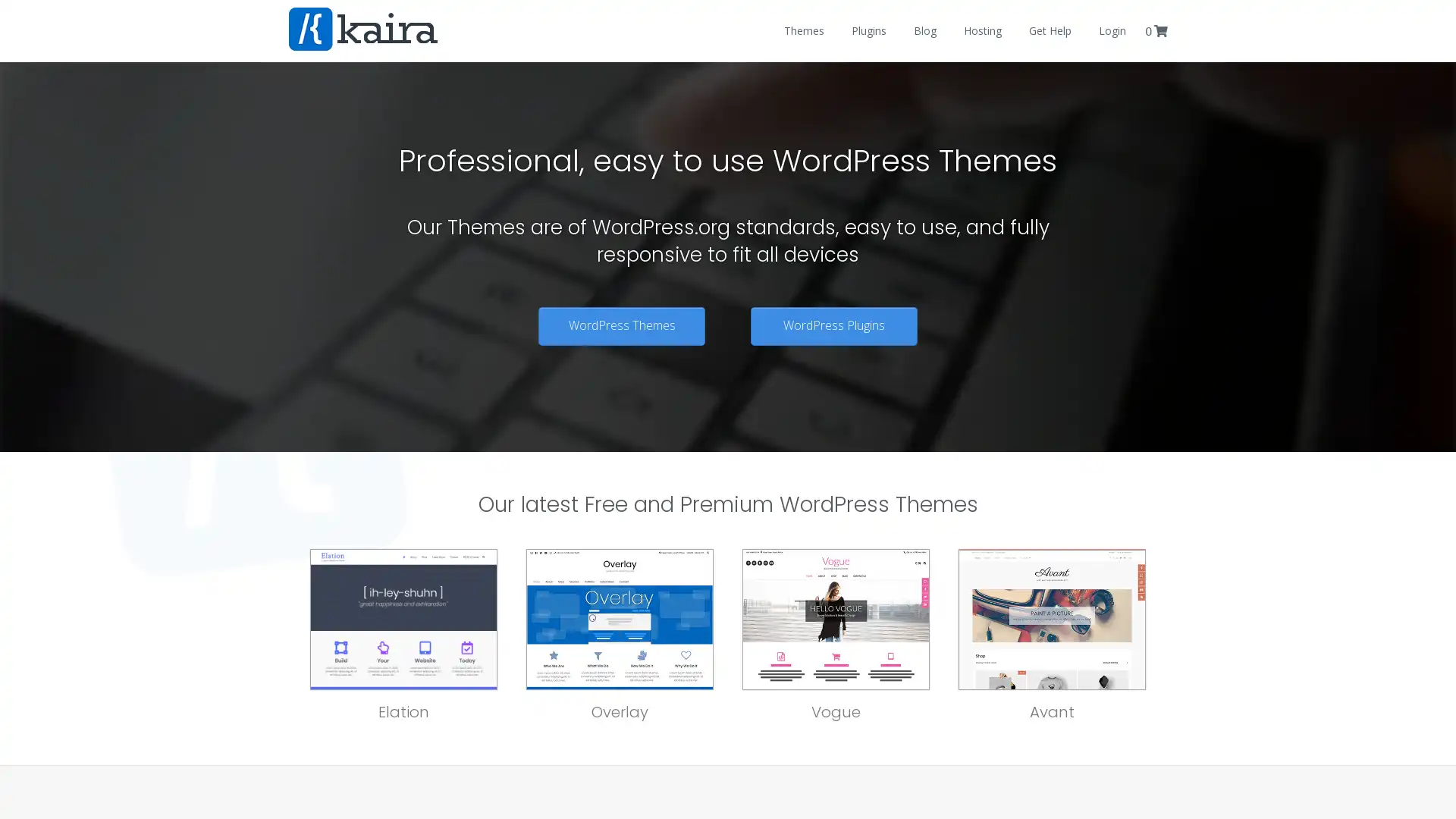 The height and width of the screenshot is (819, 1456). Describe the element at coordinates (833, 325) in the screenshot. I see `WordPress Plugins` at that location.